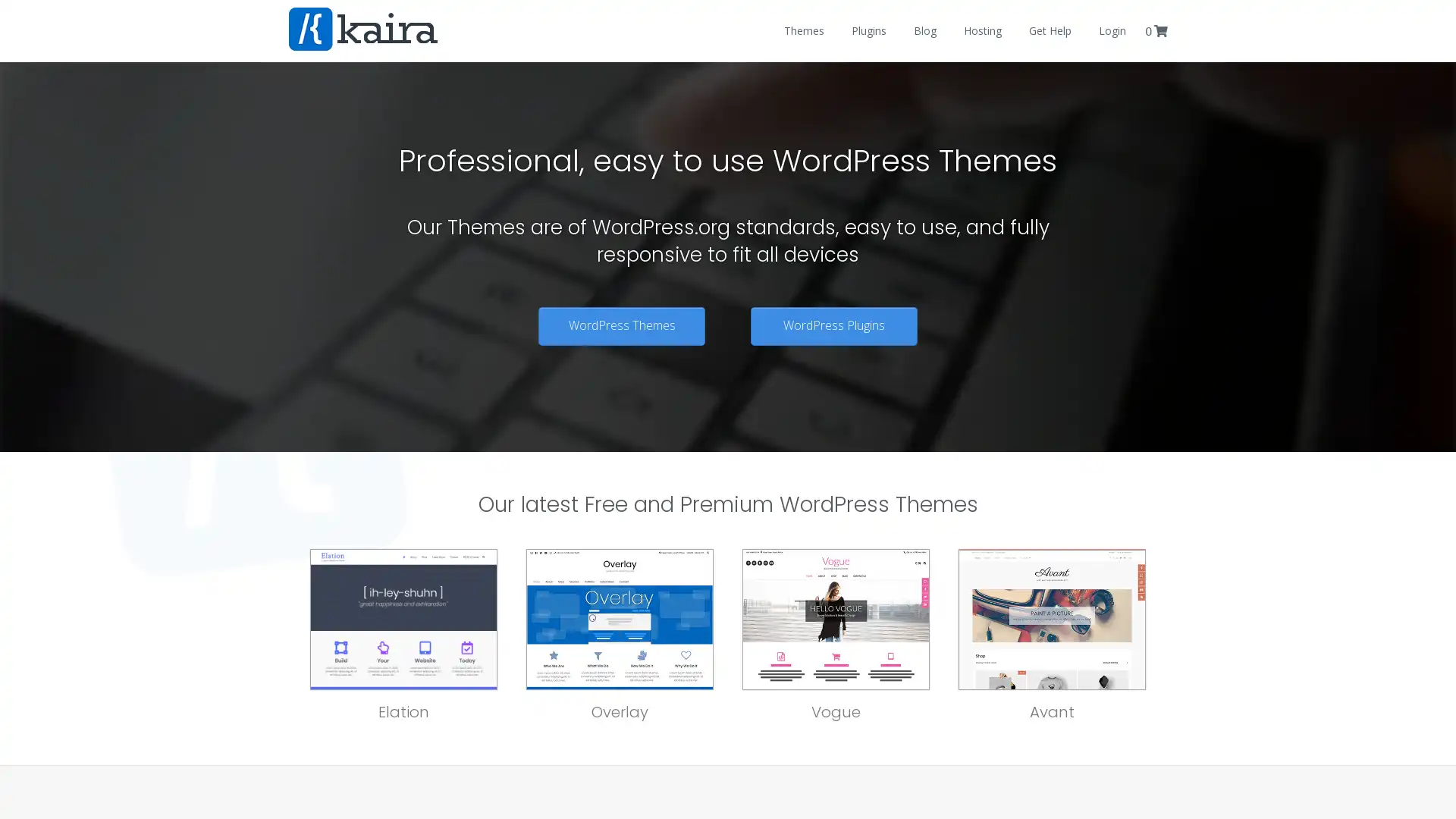 The height and width of the screenshot is (819, 1456). Describe the element at coordinates (833, 325) in the screenshot. I see `WordPress Plugins` at that location.